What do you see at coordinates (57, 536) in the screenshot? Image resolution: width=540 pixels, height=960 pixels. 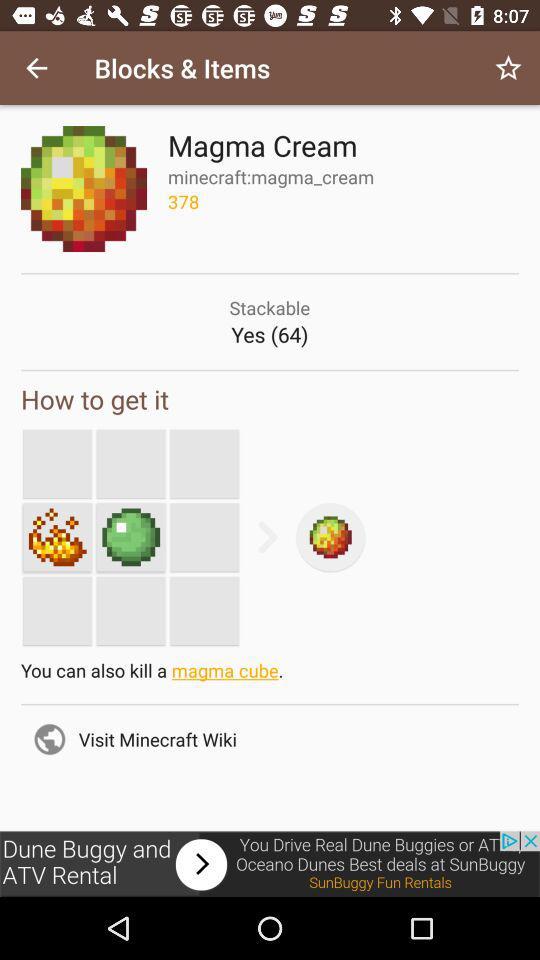 I see `item` at bounding box center [57, 536].